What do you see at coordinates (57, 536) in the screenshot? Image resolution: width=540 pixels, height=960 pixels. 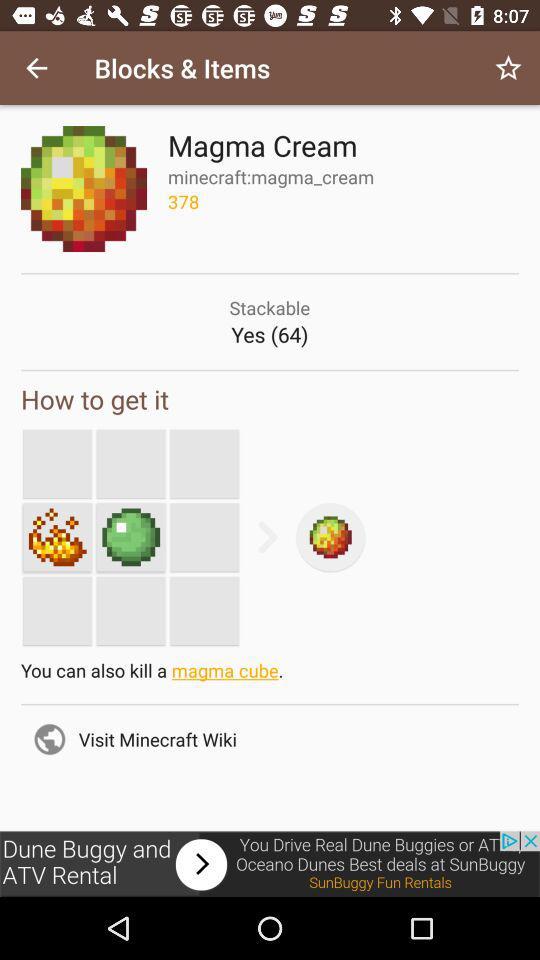 I see `item` at bounding box center [57, 536].